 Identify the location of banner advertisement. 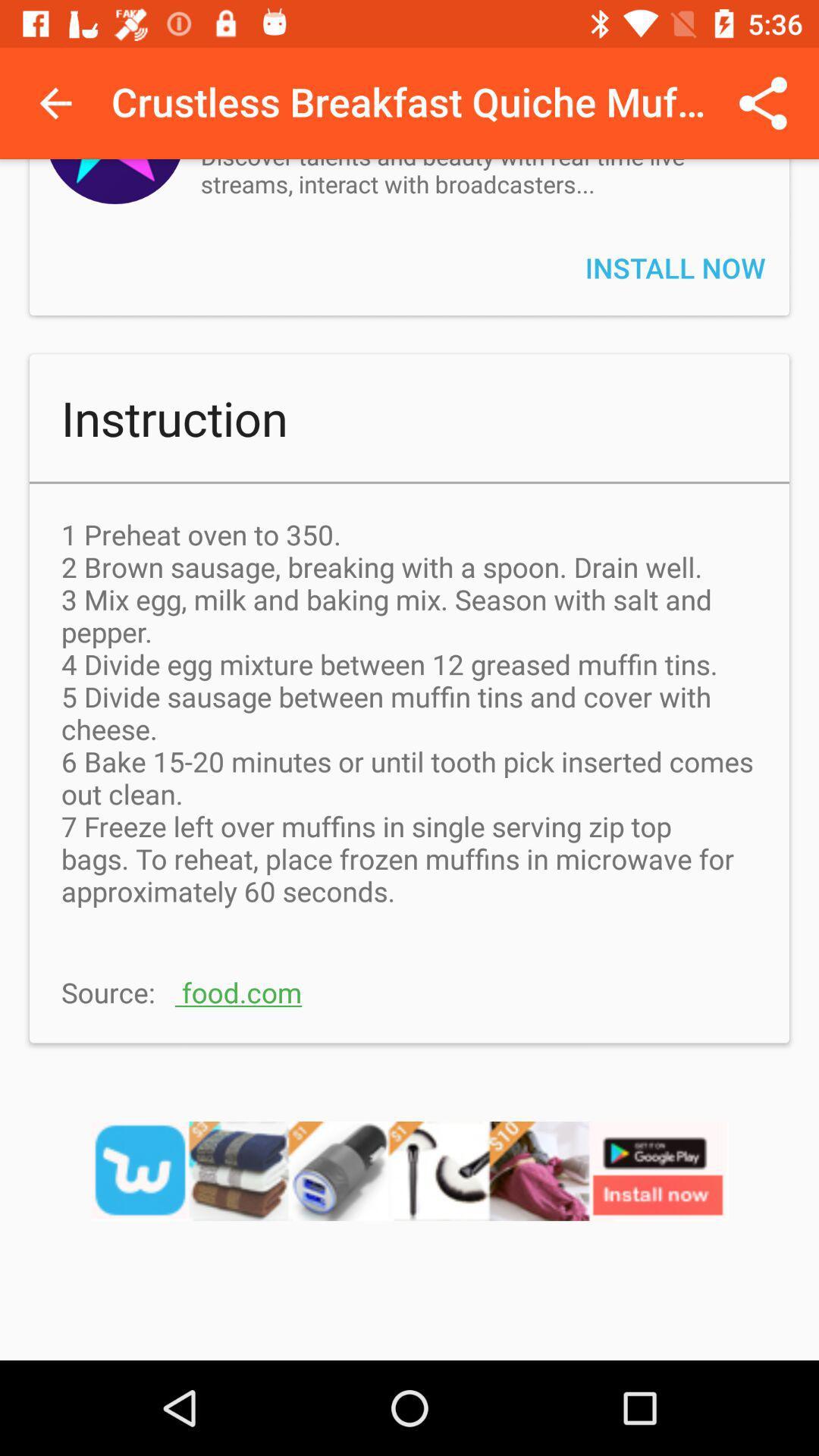
(409, 1190).